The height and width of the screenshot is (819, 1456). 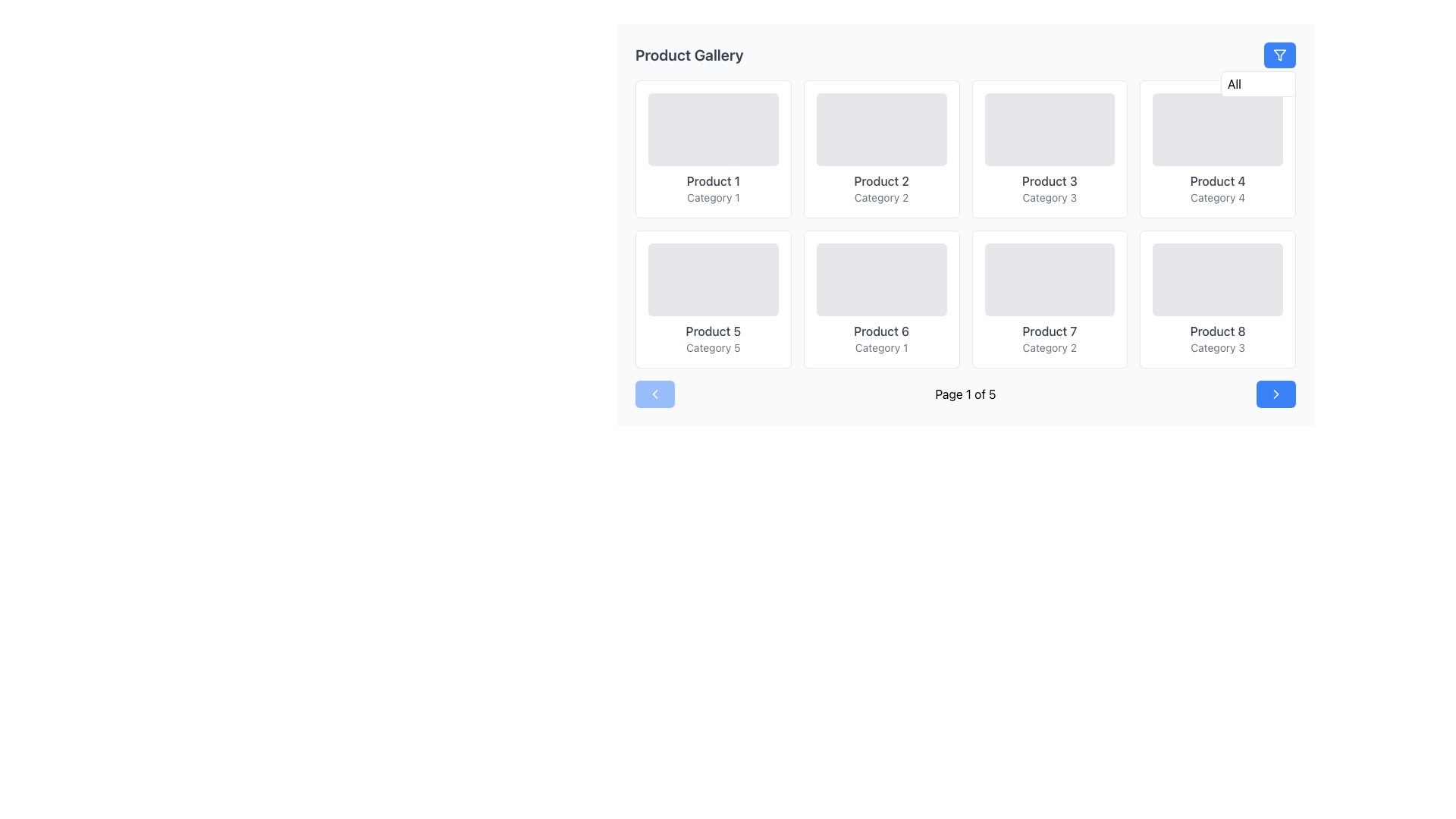 I want to click on the dropdown menu displaying 'All' in the top-right corner of the interface, so click(x=1258, y=84).